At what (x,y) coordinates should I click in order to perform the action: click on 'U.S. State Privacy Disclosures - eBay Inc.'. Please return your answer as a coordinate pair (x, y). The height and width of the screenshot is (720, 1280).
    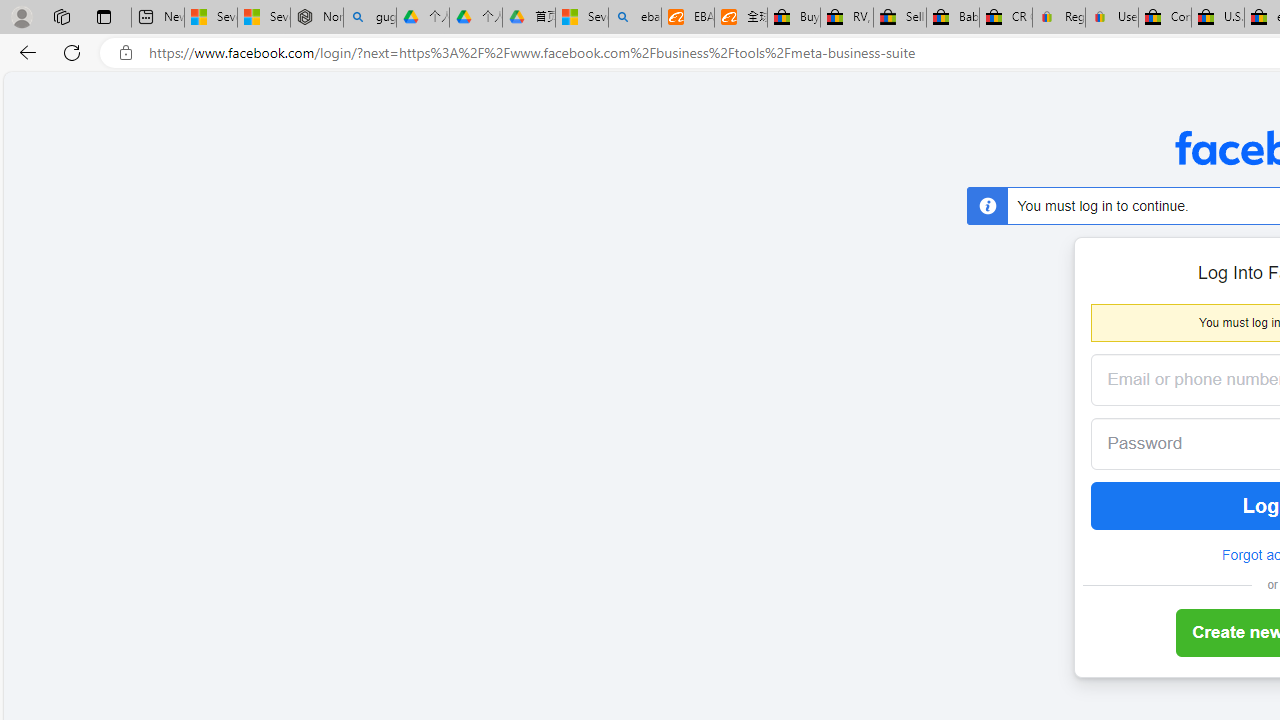
    Looking at the image, I should click on (1216, 17).